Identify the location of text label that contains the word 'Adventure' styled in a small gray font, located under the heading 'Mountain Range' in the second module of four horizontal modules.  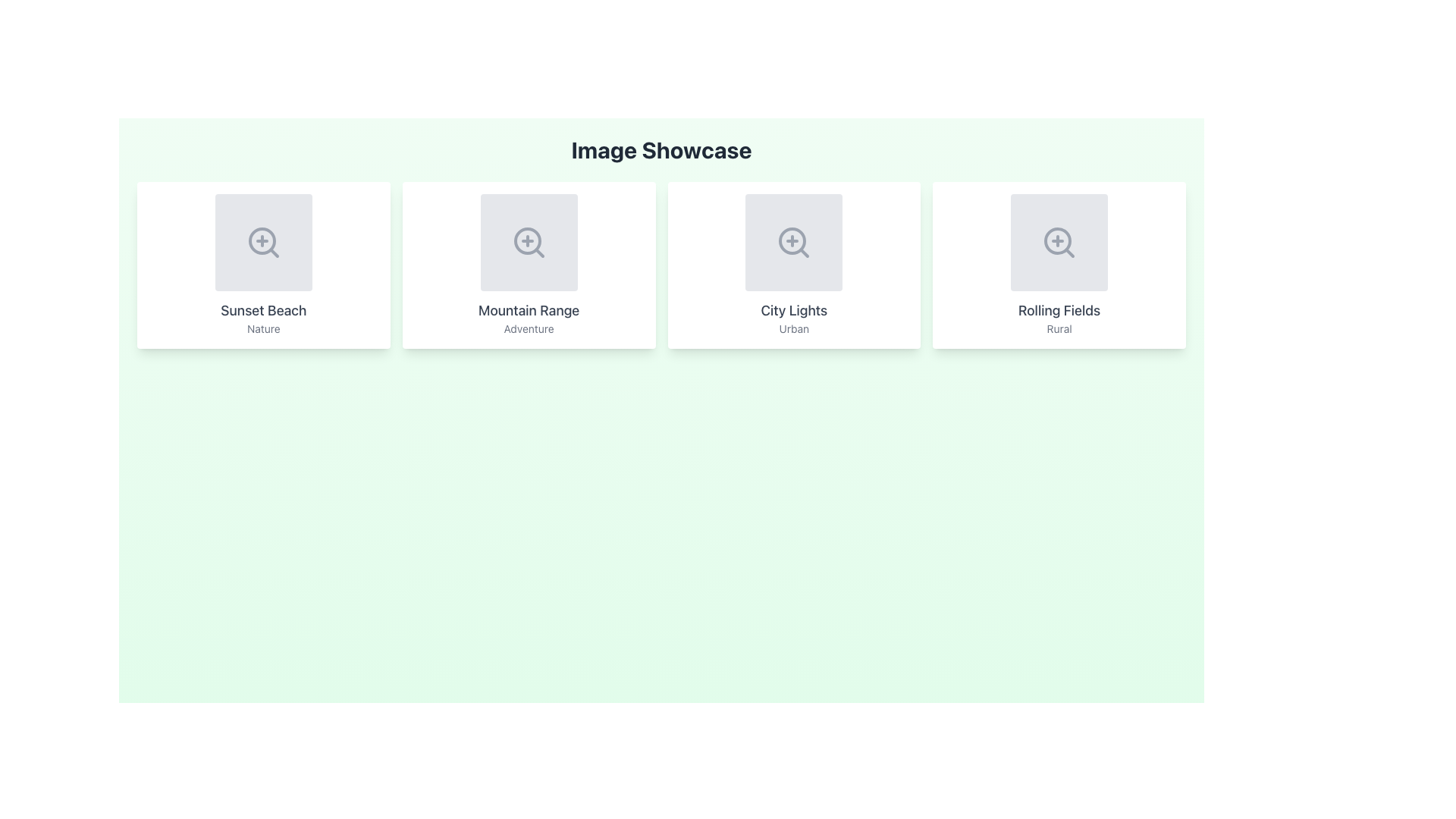
(529, 328).